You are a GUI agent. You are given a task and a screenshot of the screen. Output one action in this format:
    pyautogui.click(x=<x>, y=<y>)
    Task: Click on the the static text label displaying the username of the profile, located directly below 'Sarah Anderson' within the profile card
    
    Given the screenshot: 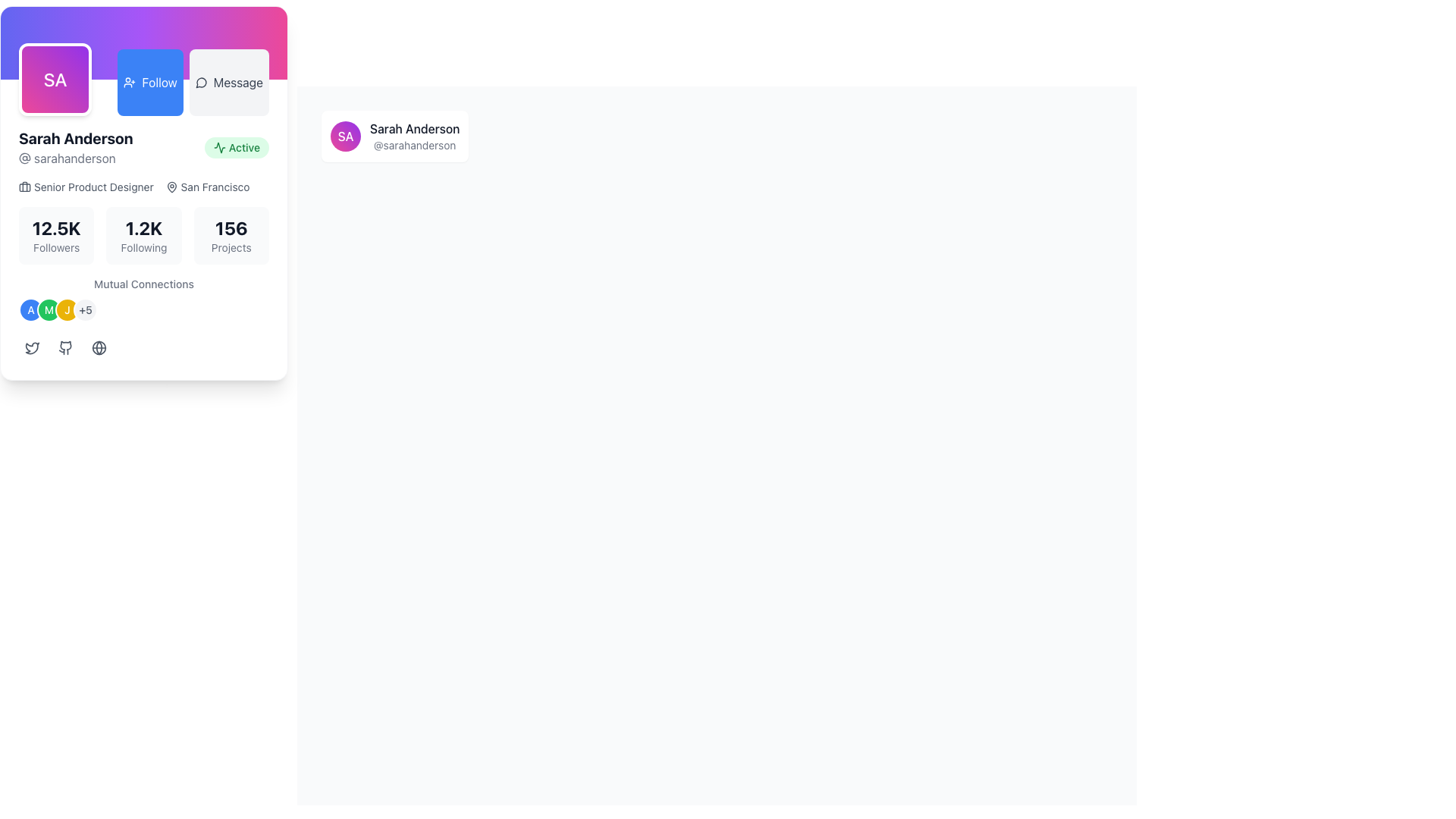 What is the action you would take?
    pyautogui.click(x=75, y=158)
    